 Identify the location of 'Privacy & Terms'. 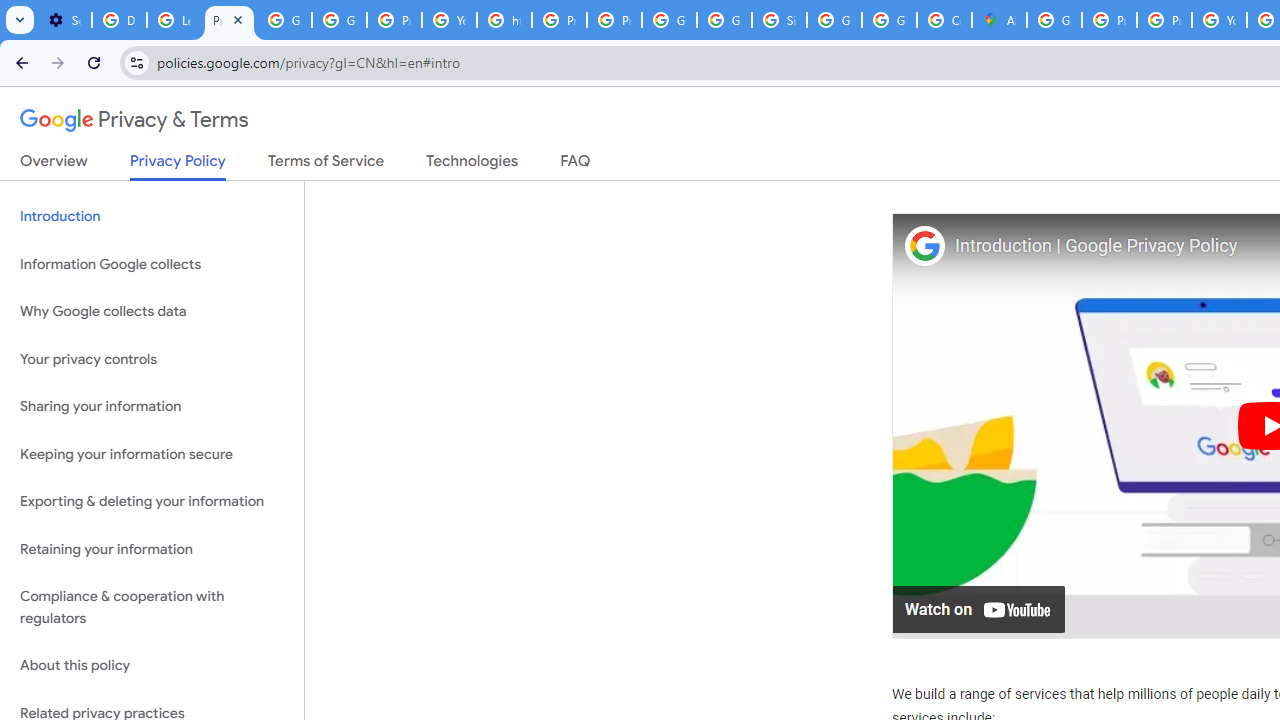
(134, 120).